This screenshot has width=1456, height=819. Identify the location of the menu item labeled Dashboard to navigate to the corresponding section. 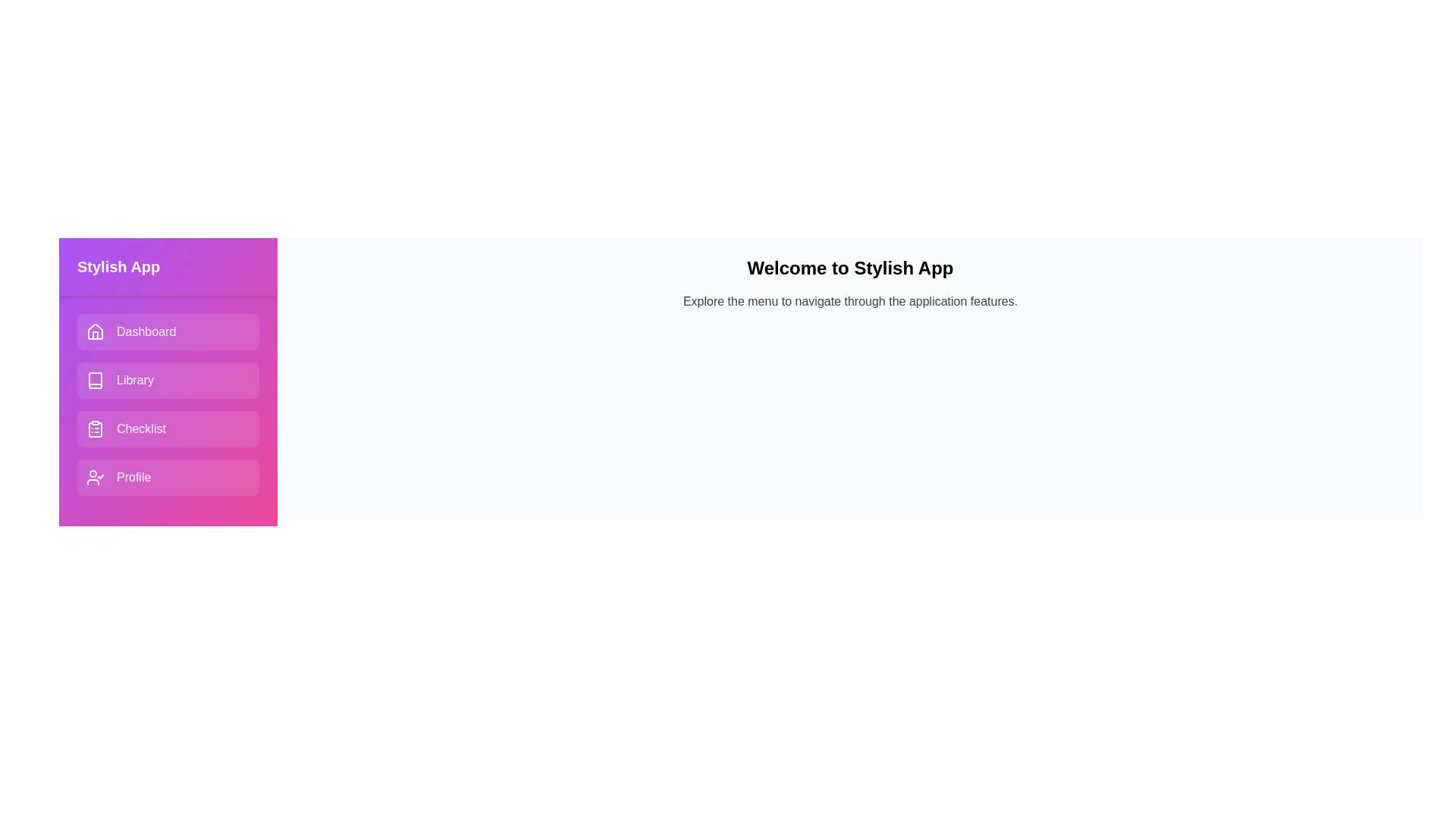
(168, 331).